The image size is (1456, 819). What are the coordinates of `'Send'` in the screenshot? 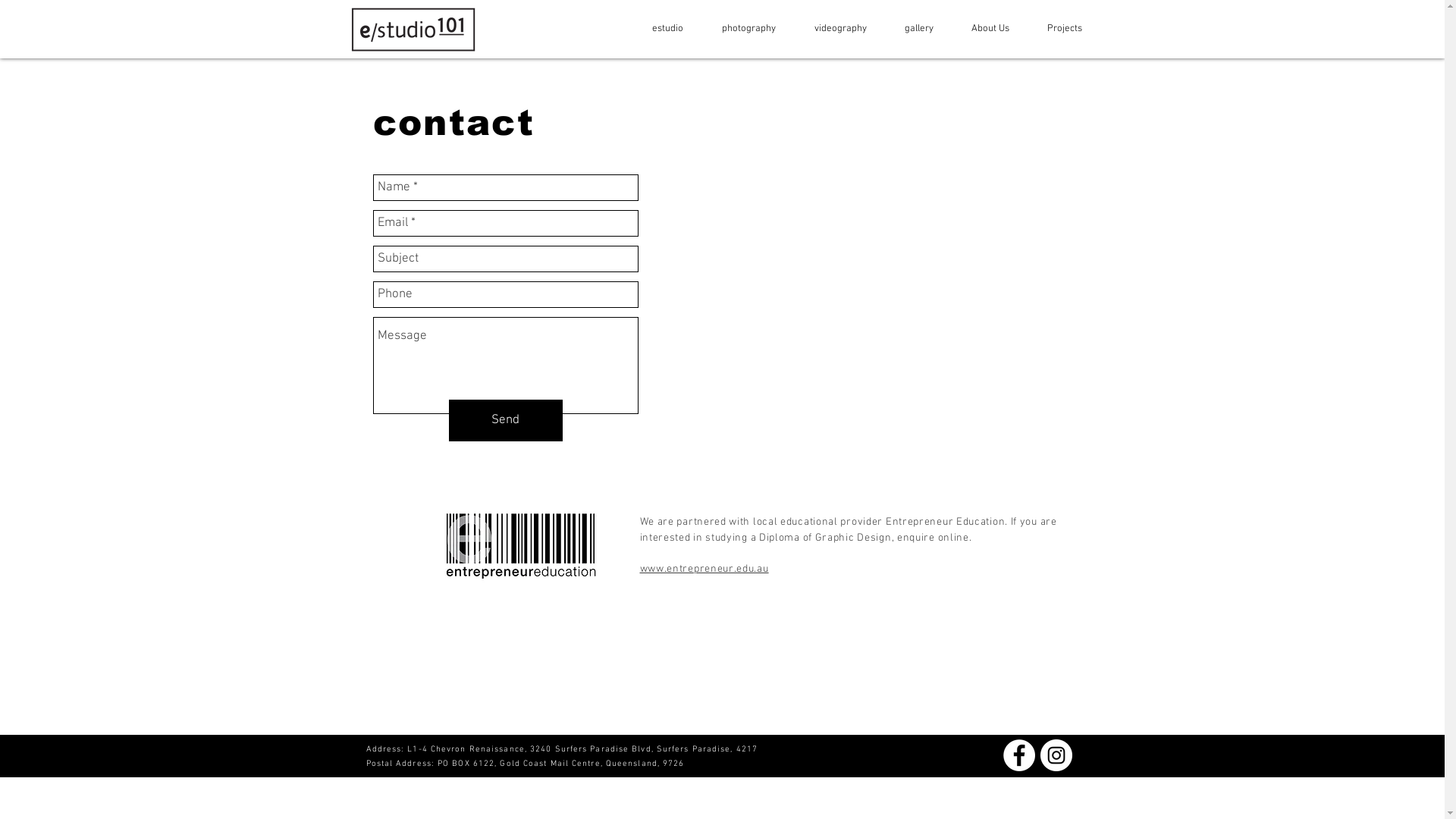 It's located at (447, 420).